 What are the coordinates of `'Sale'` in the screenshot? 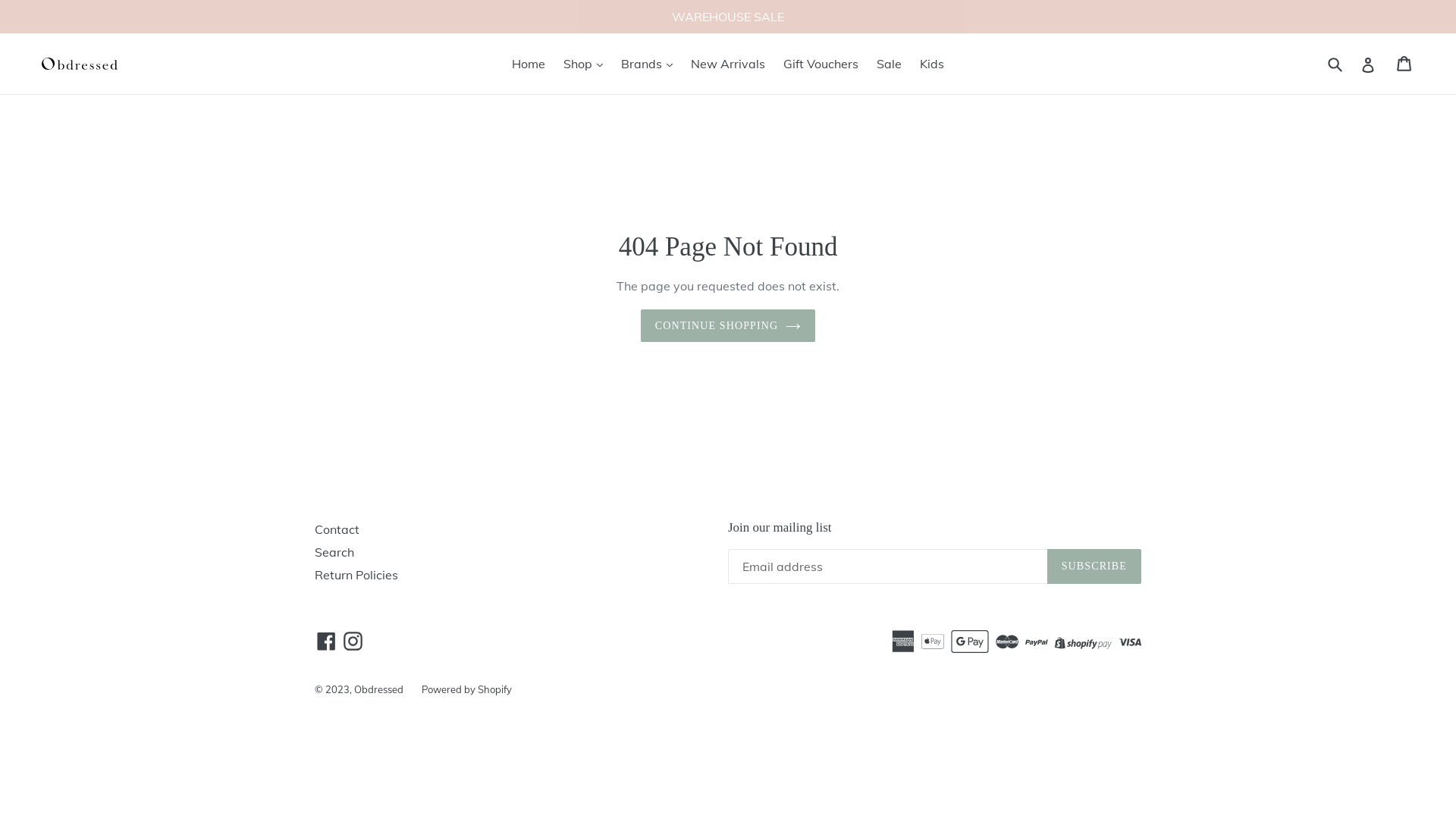 It's located at (889, 63).